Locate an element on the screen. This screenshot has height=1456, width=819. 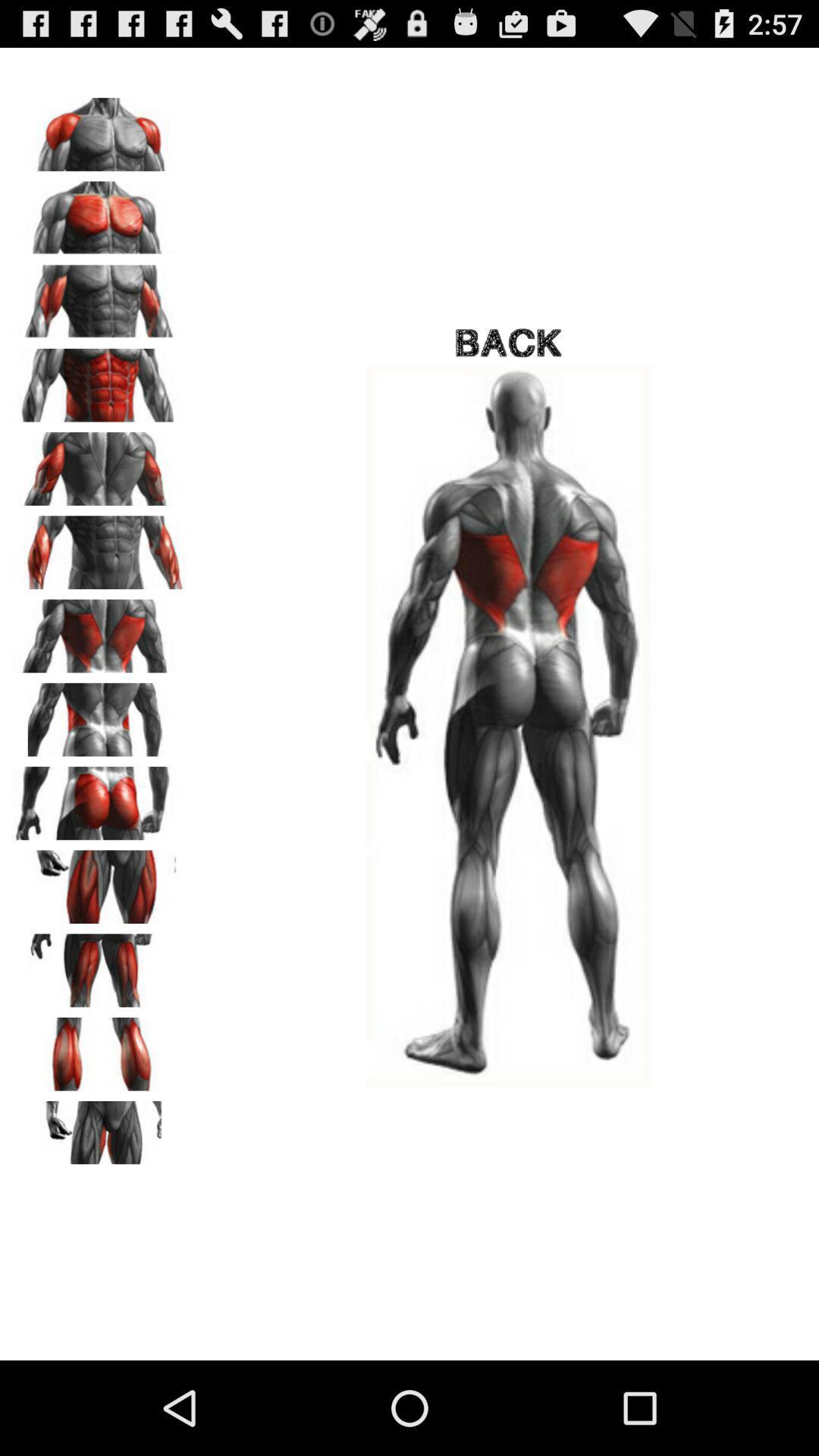
muscle group is located at coordinates (99, 129).